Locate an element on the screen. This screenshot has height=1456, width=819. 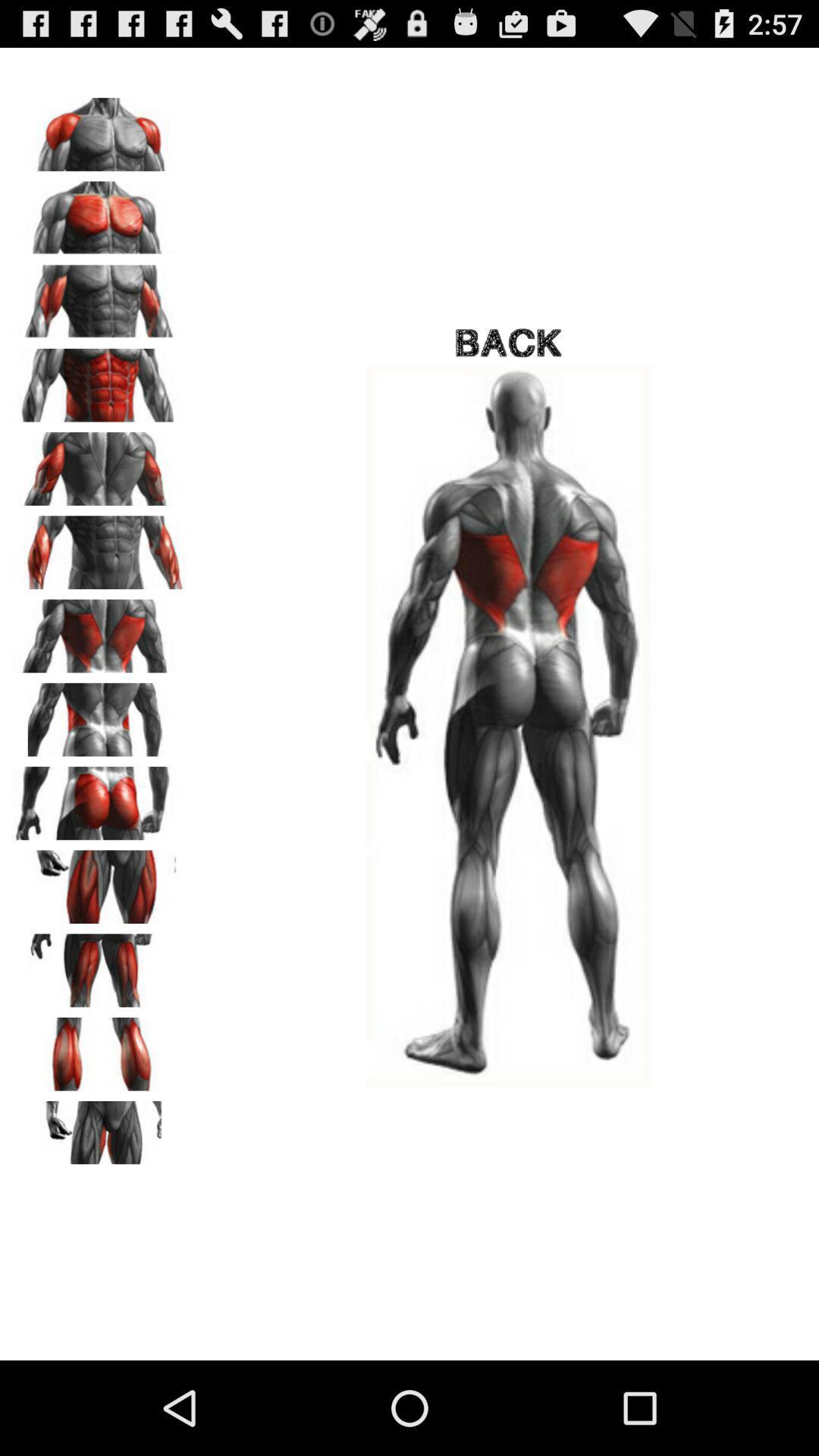
muscle group is located at coordinates (99, 129).